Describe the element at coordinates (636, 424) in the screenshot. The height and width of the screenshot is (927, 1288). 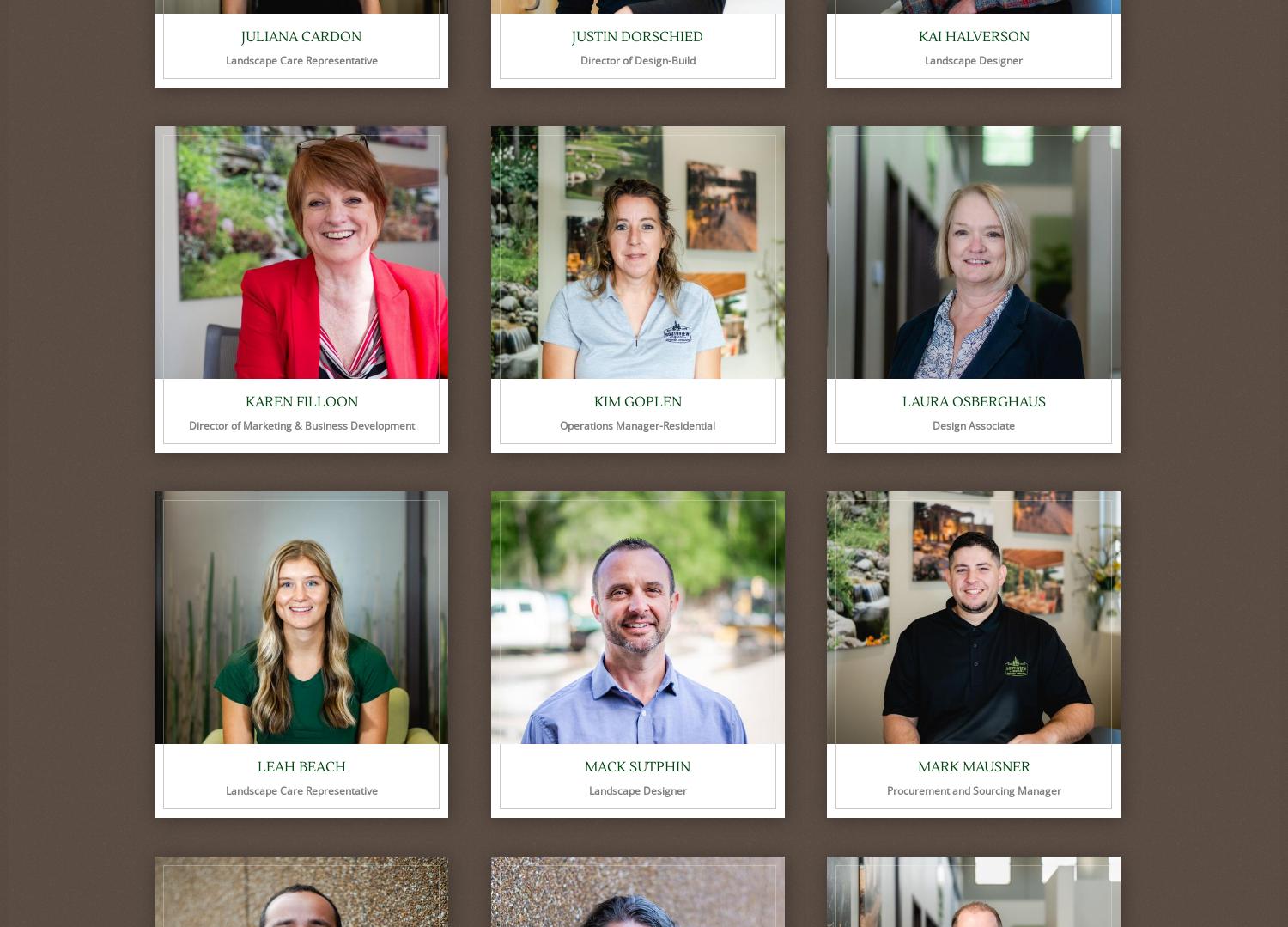
I see `'Operations  Manager-Residential'` at that location.